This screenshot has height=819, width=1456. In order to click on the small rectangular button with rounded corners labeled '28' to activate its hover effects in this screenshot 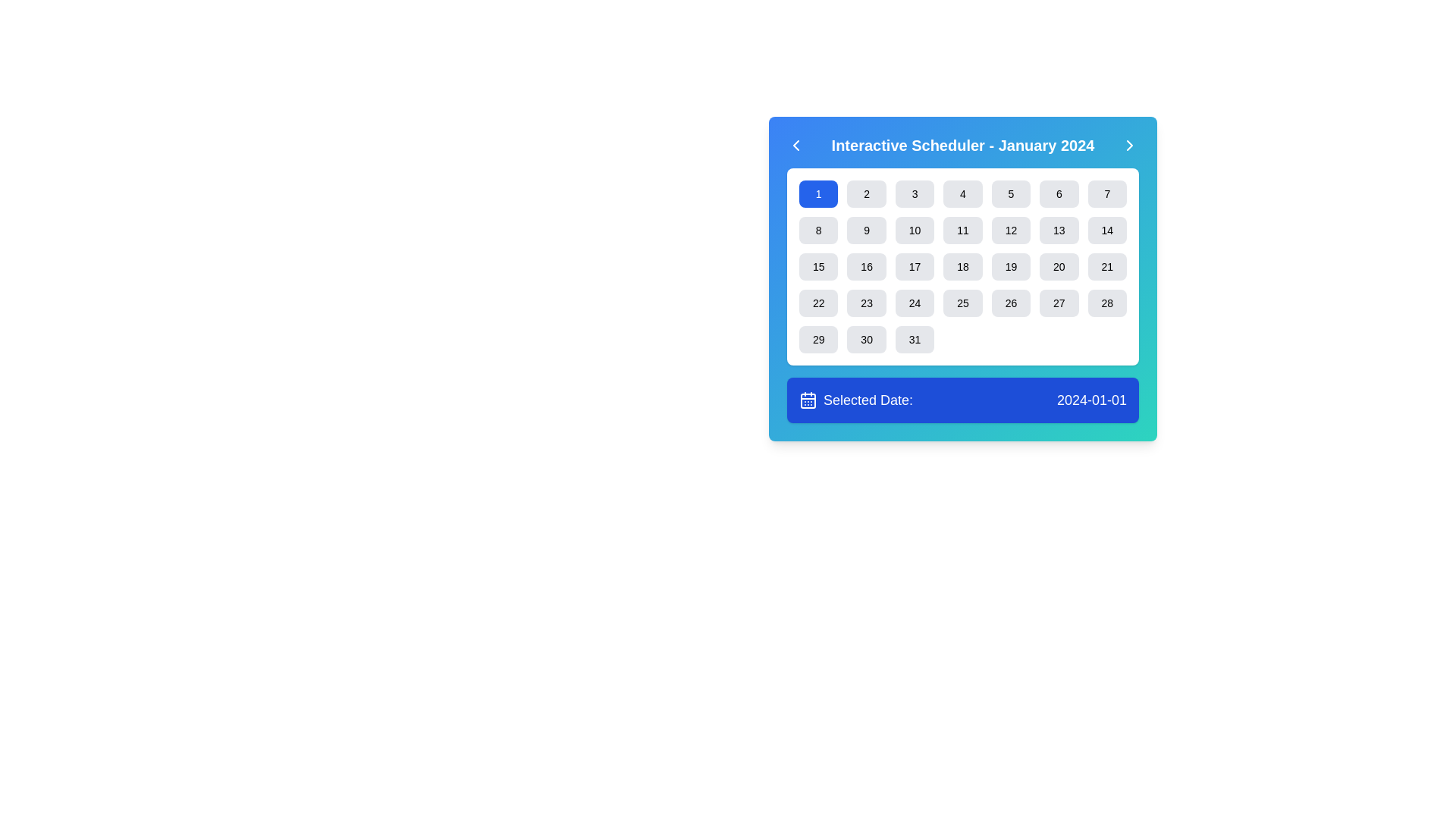, I will do `click(1107, 303)`.